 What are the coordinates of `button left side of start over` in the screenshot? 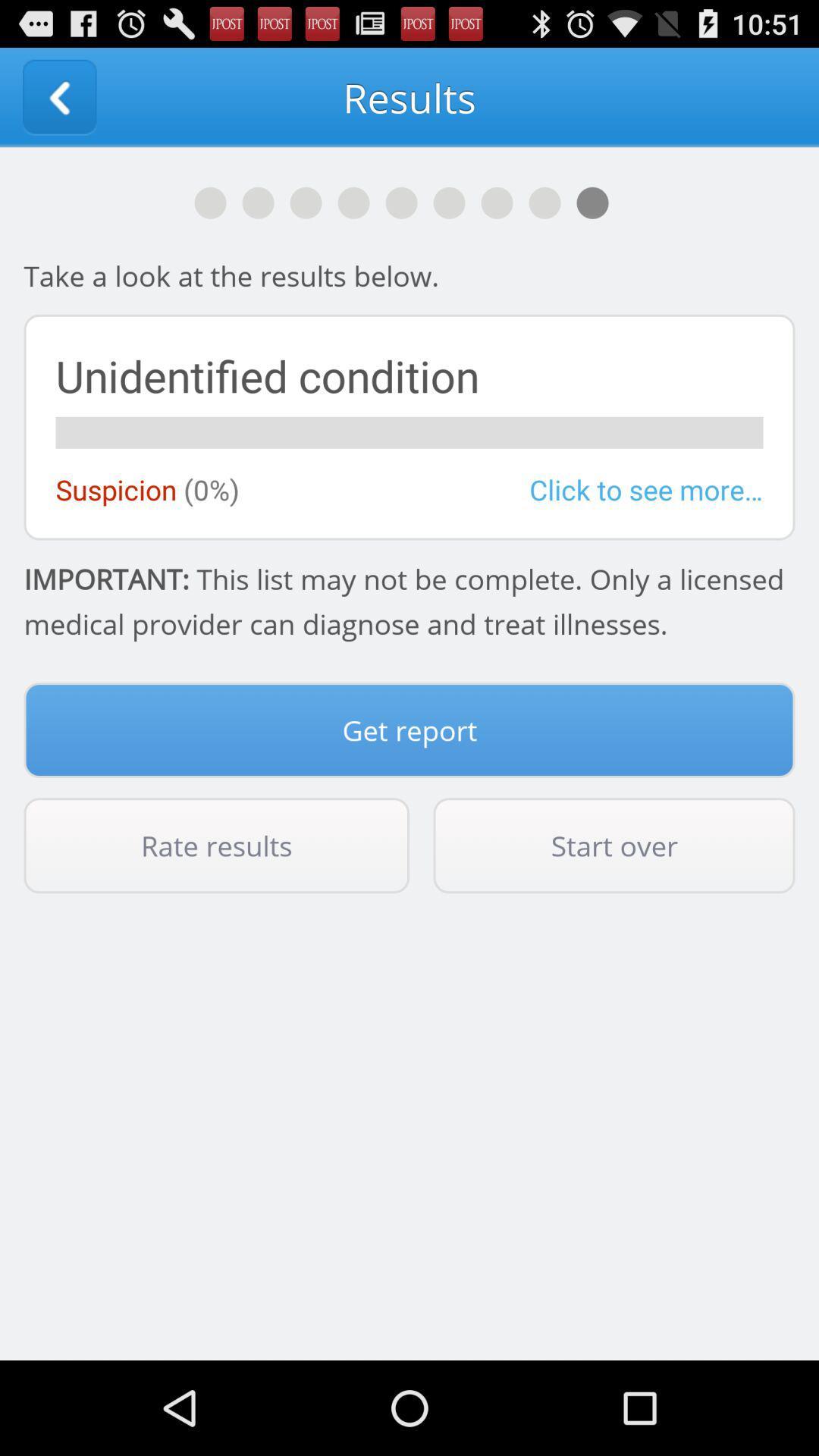 It's located at (216, 844).